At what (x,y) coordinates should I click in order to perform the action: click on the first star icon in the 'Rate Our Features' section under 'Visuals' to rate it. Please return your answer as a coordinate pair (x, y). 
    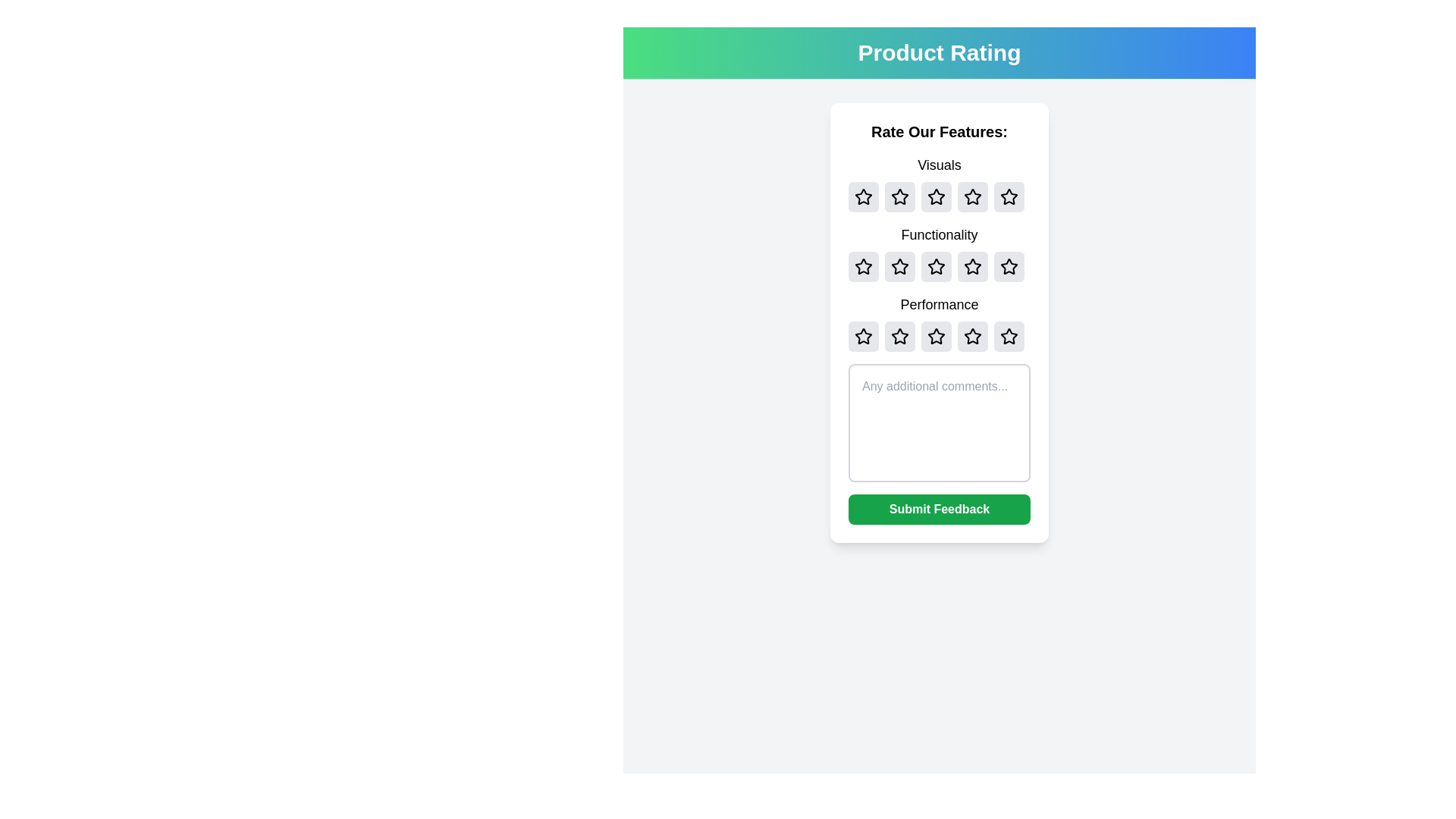
    Looking at the image, I should click on (863, 196).